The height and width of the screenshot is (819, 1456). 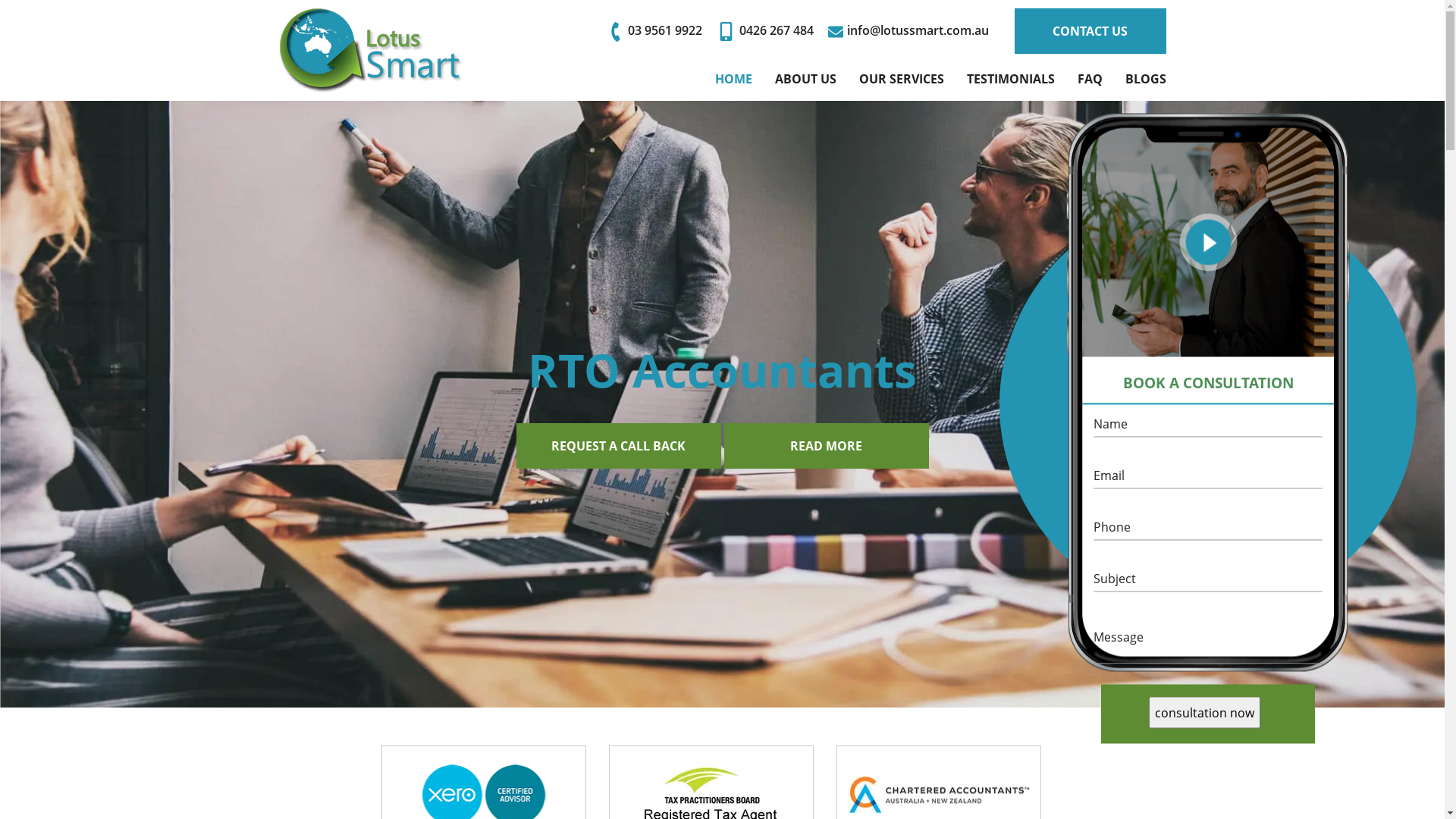 I want to click on 'REQUEST A CALL BACK', so click(x=618, y=475).